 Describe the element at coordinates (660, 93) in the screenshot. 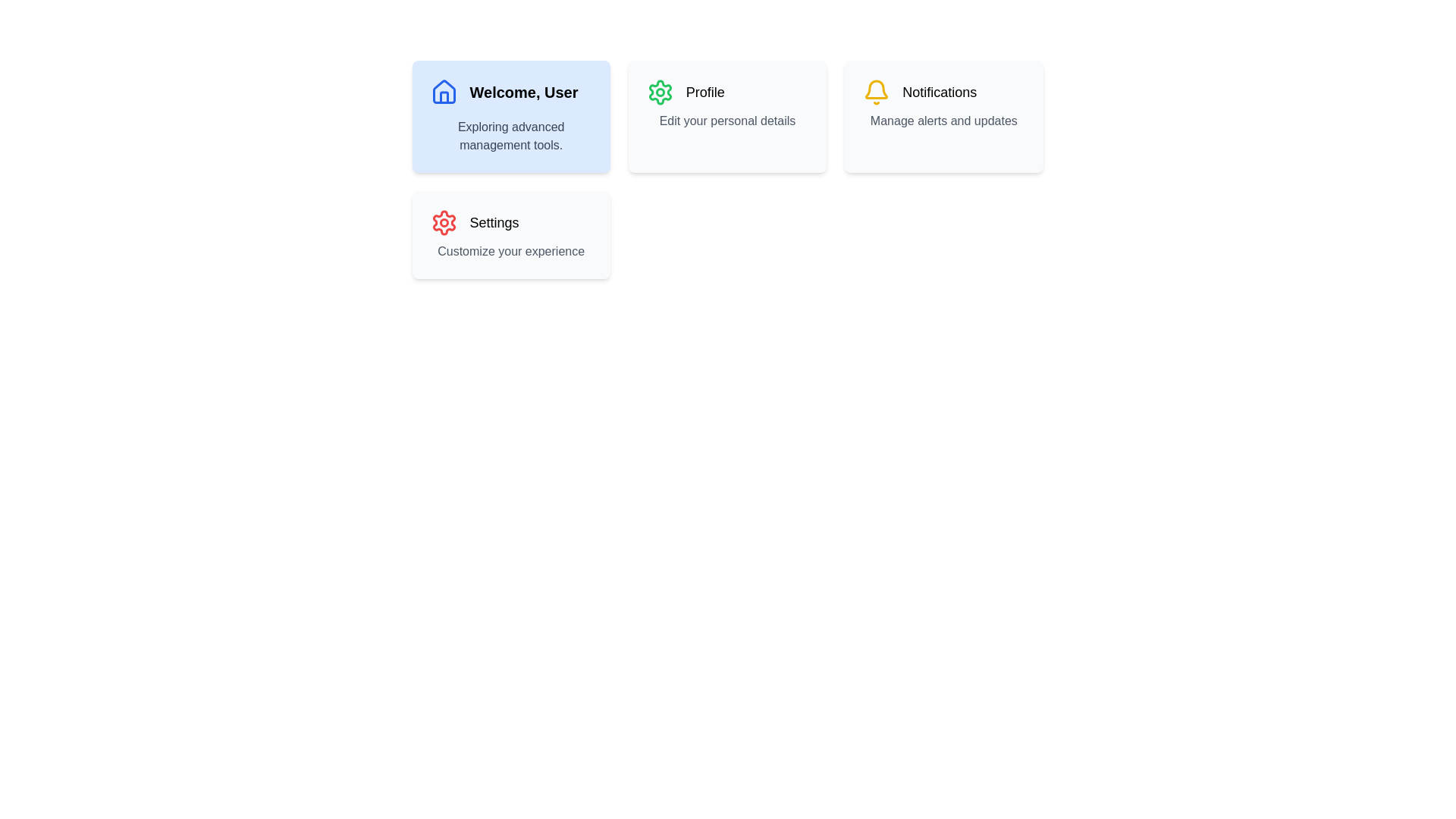

I see `the Profile card icon, which visually represents personal settings and is located at the top left corner of the card, adjacent to the text 'Profile'` at that location.